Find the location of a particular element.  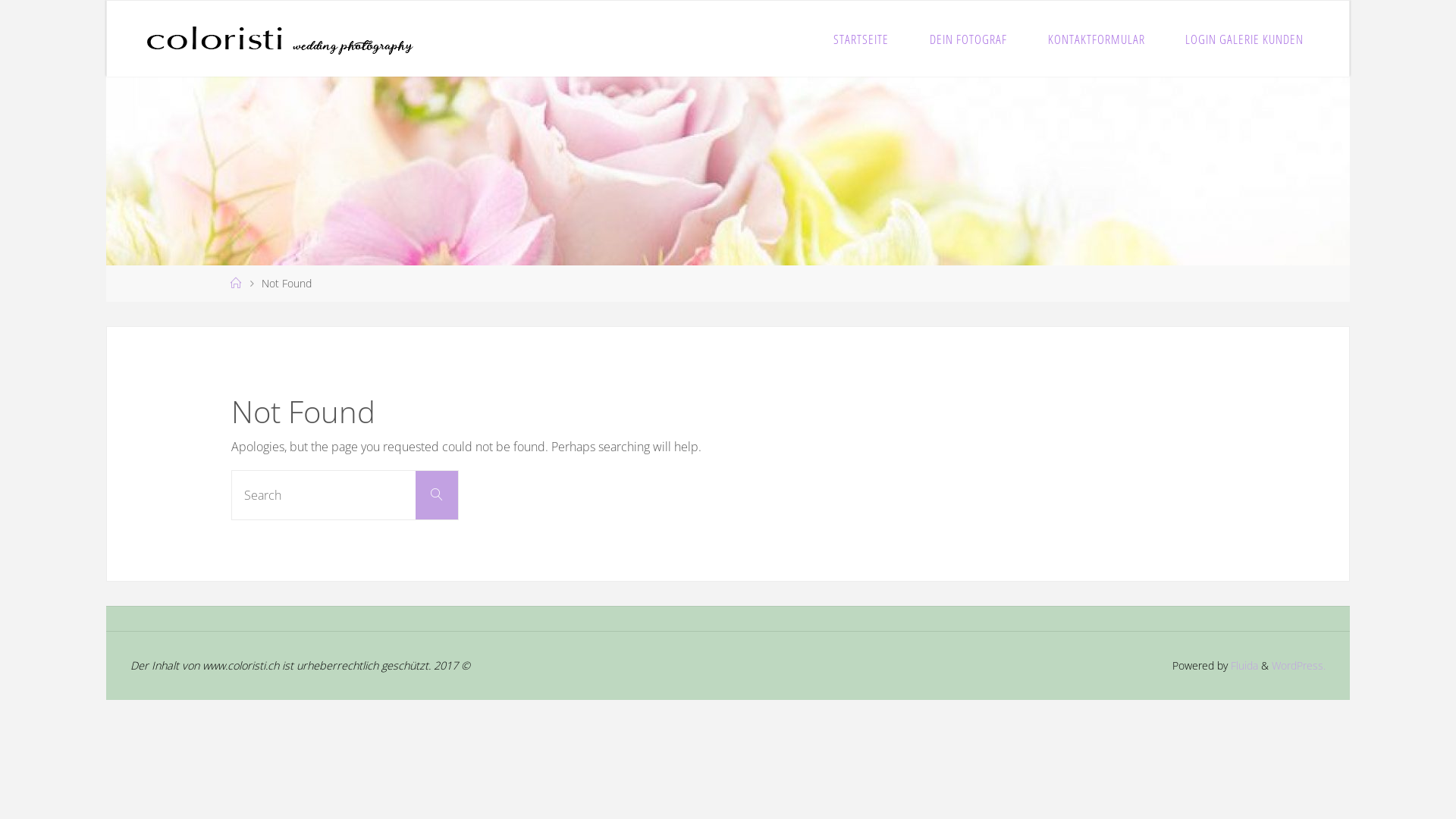

'WordPress.' is located at coordinates (1271, 664).